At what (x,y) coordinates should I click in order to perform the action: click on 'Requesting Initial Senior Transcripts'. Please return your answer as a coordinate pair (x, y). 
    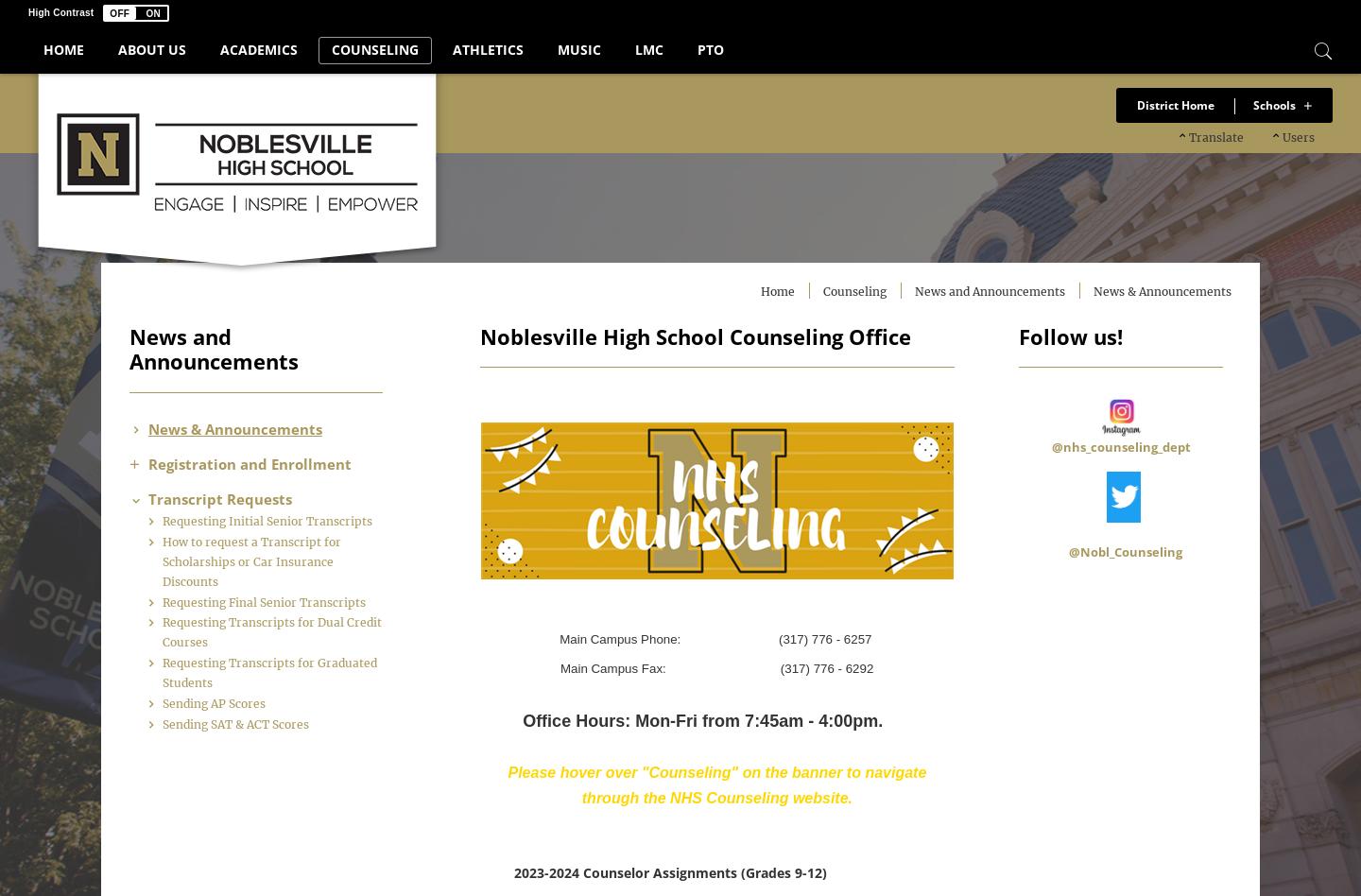
    Looking at the image, I should click on (199, 530).